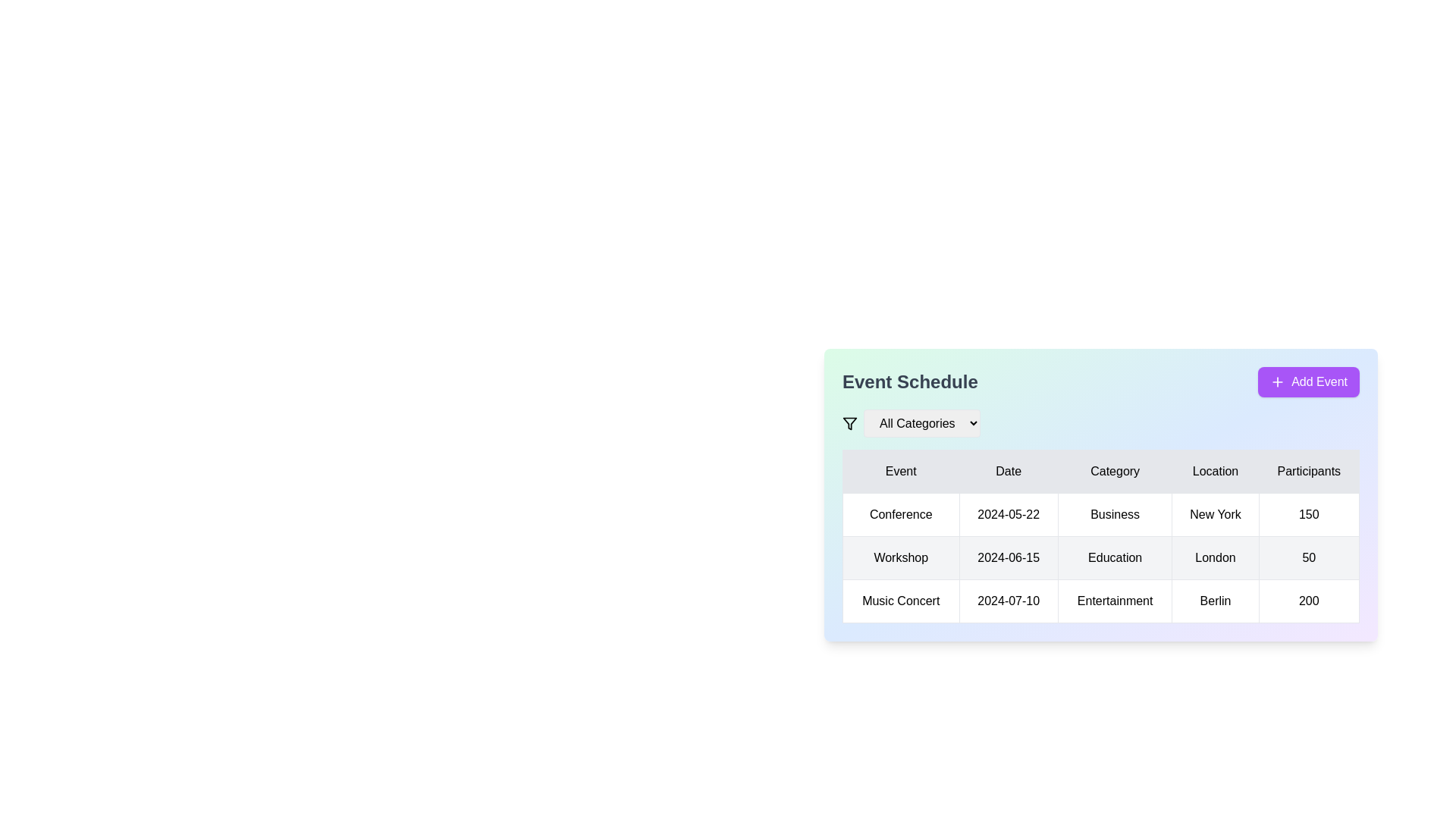 The height and width of the screenshot is (819, 1456). Describe the element at coordinates (1115, 513) in the screenshot. I see `the static text label displaying 'Business', which is a rectangular area with a border, centered in alignment, and located in the first row of the 'Category' column within a table structure` at that location.